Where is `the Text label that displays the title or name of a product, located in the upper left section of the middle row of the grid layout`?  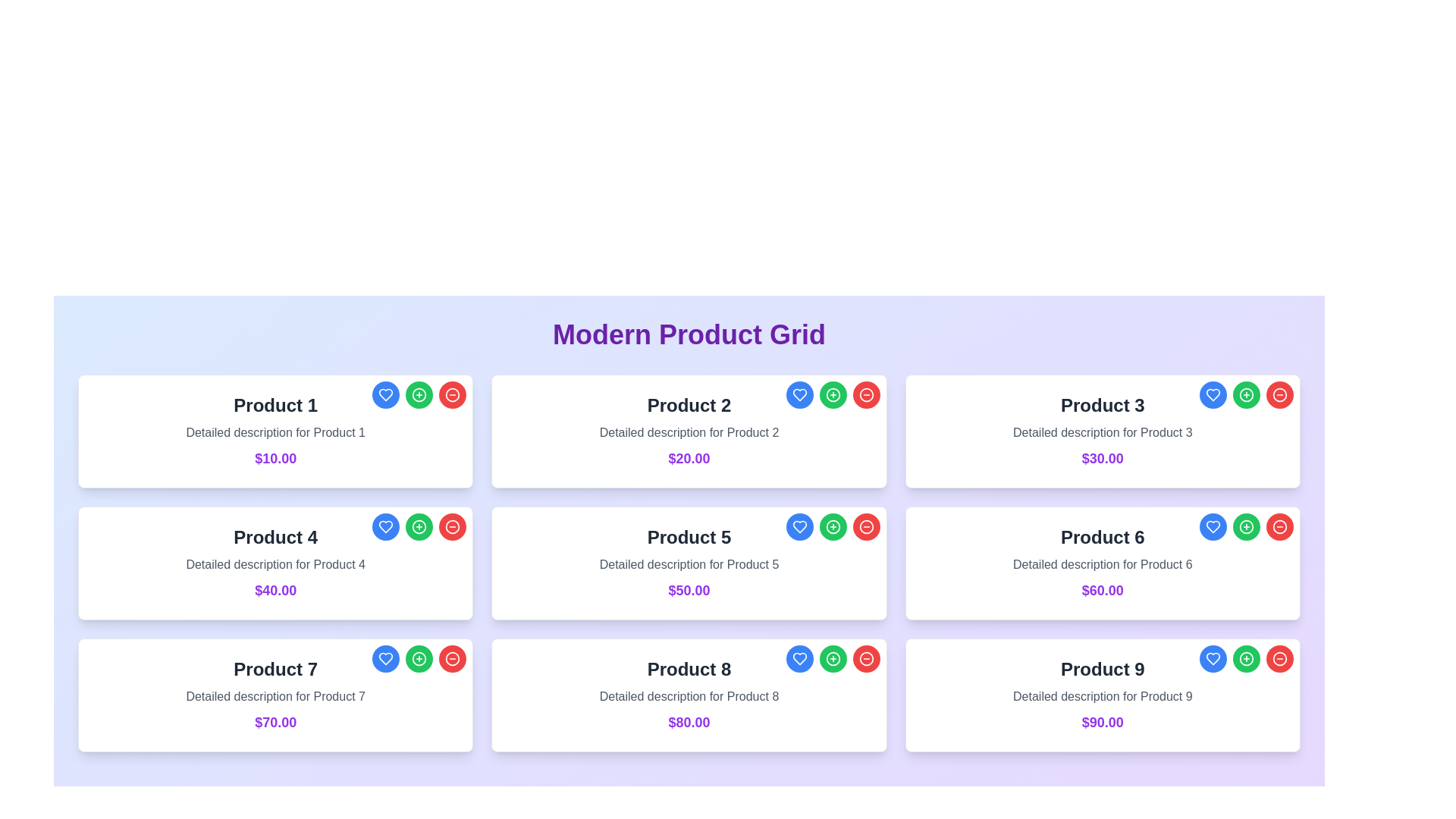
the Text label that displays the title or name of a product, located in the upper left section of the middle row of the grid layout is located at coordinates (275, 537).